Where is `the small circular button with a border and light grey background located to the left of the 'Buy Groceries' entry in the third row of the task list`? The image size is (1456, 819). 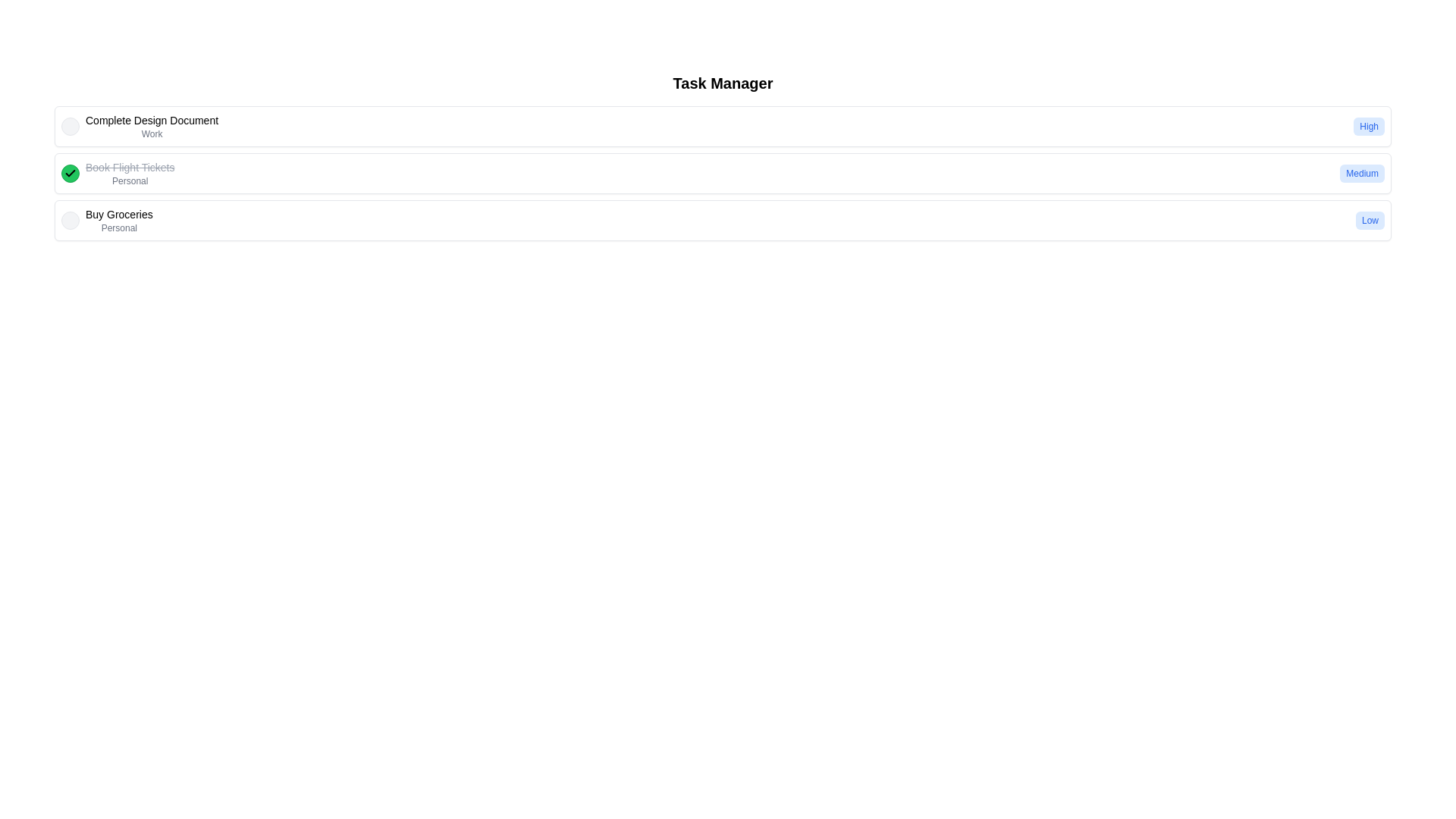 the small circular button with a border and light grey background located to the left of the 'Buy Groceries' entry in the third row of the task list is located at coordinates (69, 220).